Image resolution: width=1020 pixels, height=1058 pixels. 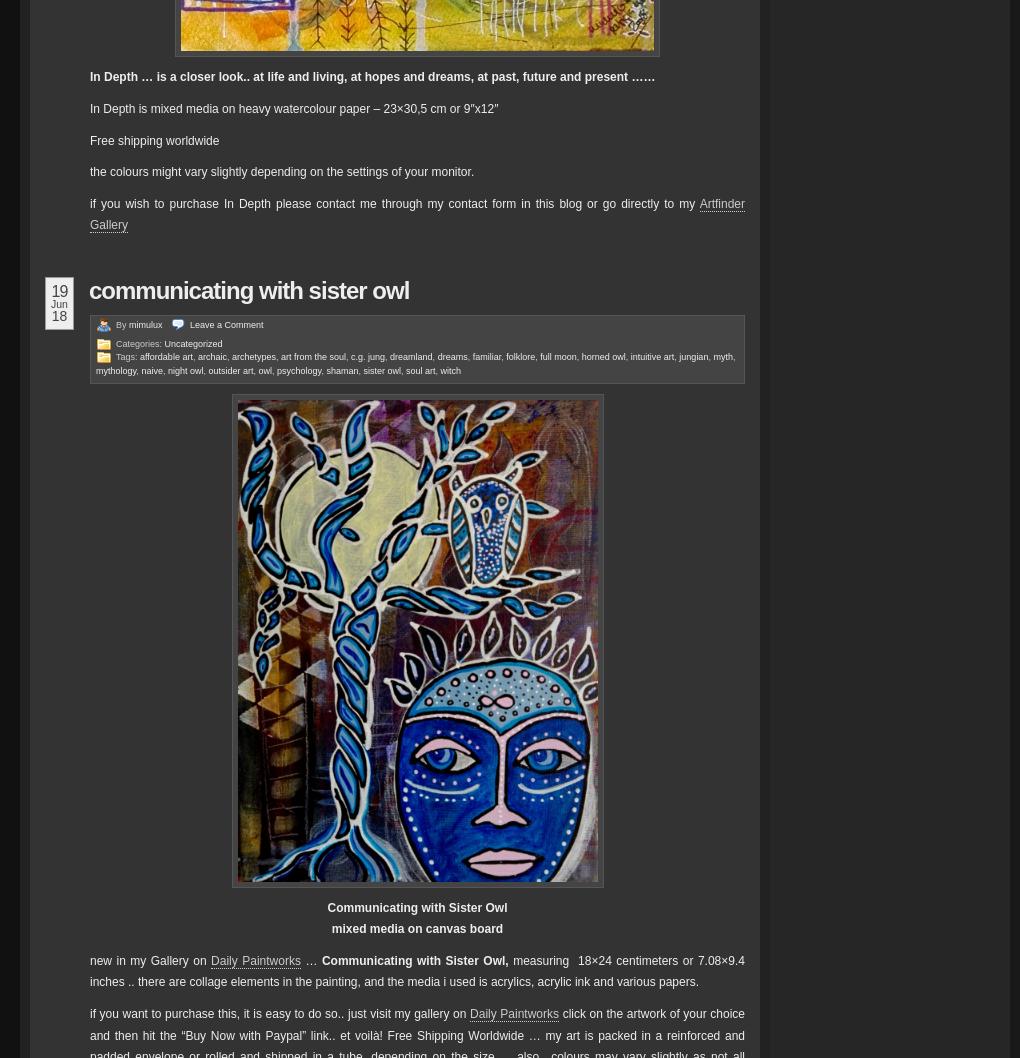 I want to click on 'archetypes', so click(x=252, y=356).